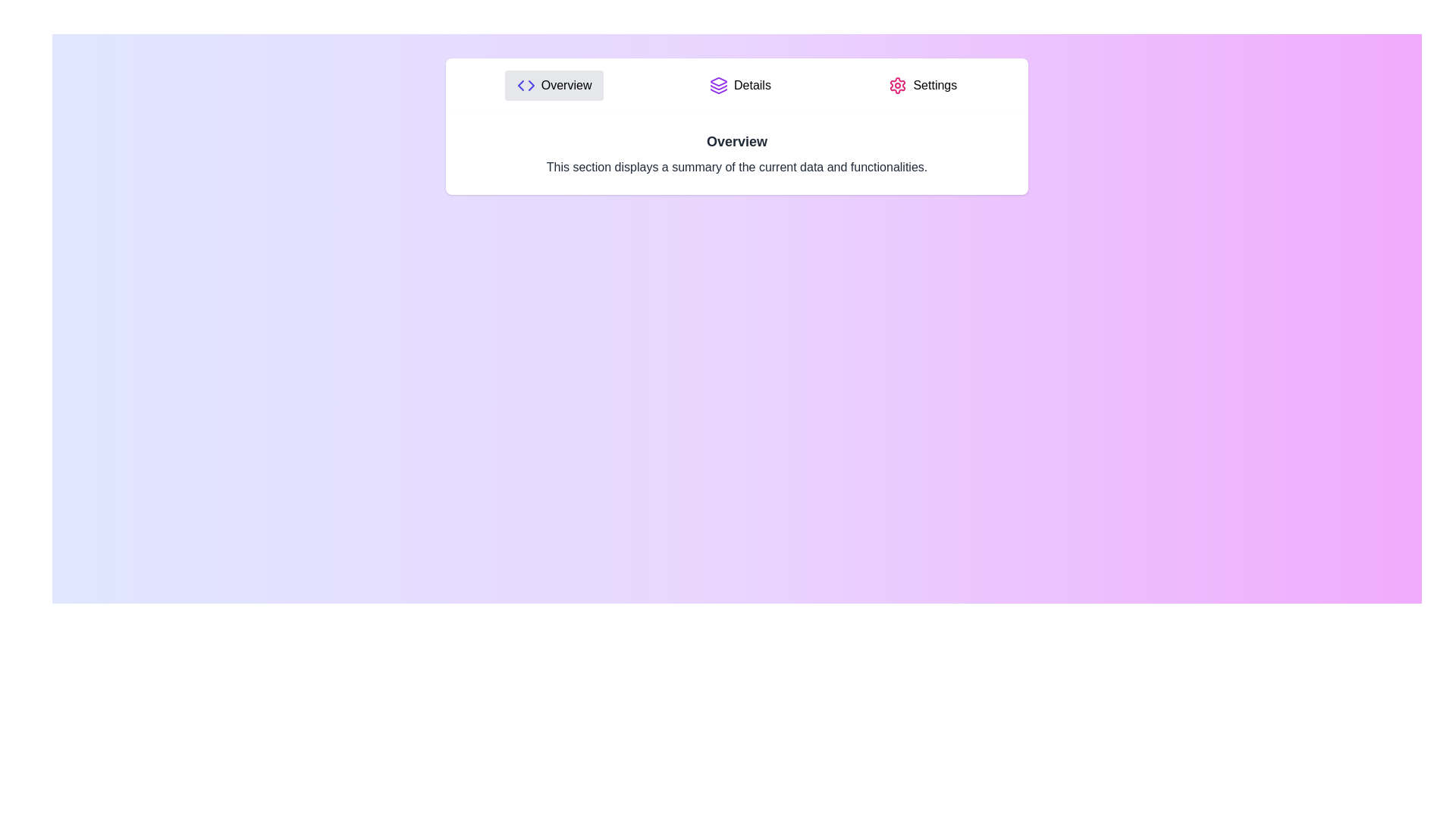  I want to click on the leftward segment of the chevron symbol in the SVG that is located above the 'Overview' tab, so click(520, 85).